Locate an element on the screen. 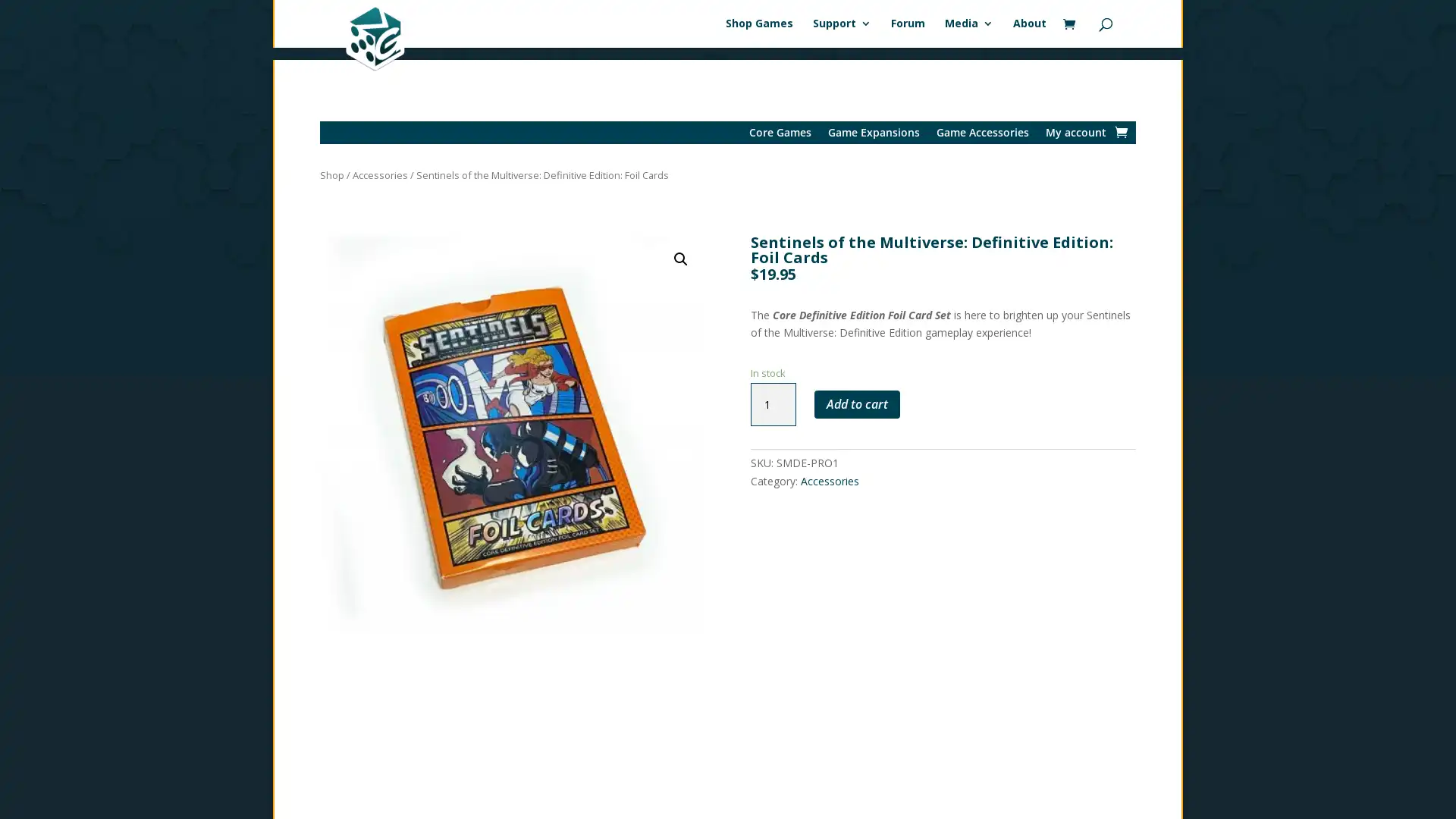 This screenshot has height=819, width=1456. Add to cart is located at coordinates (856, 391).